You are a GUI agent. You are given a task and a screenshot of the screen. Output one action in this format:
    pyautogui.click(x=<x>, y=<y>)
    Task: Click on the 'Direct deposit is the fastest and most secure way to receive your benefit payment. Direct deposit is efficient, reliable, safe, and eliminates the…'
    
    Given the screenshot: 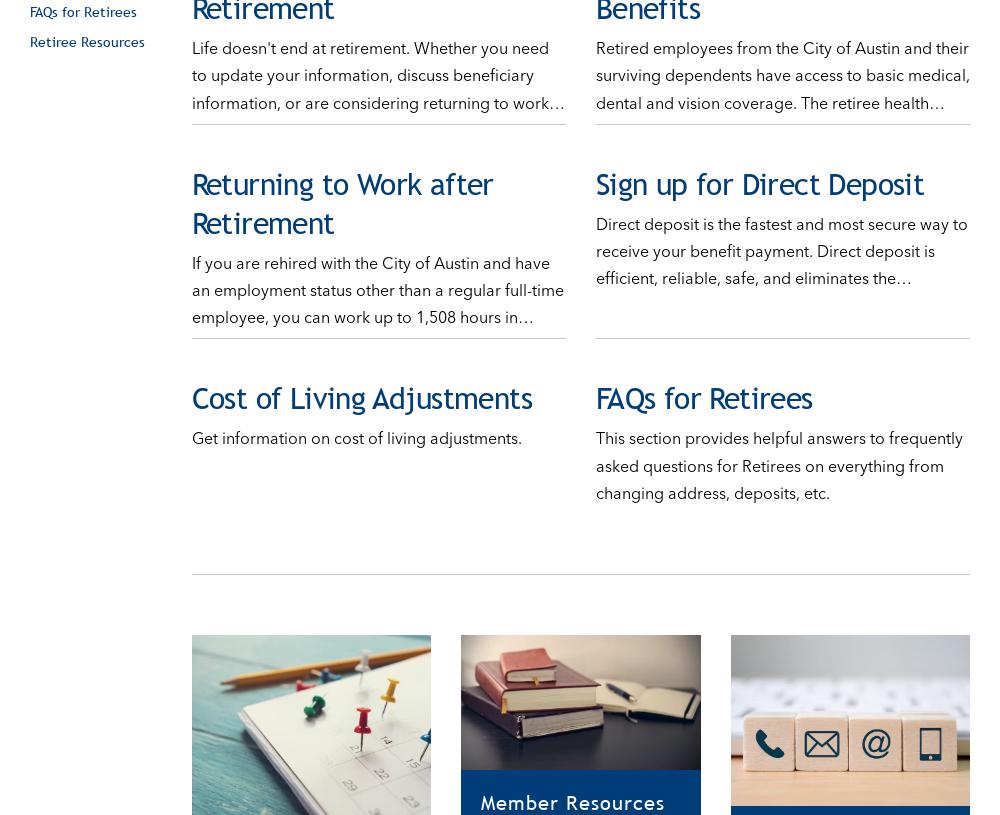 What is the action you would take?
    pyautogui.click(x=781, y=230)
    